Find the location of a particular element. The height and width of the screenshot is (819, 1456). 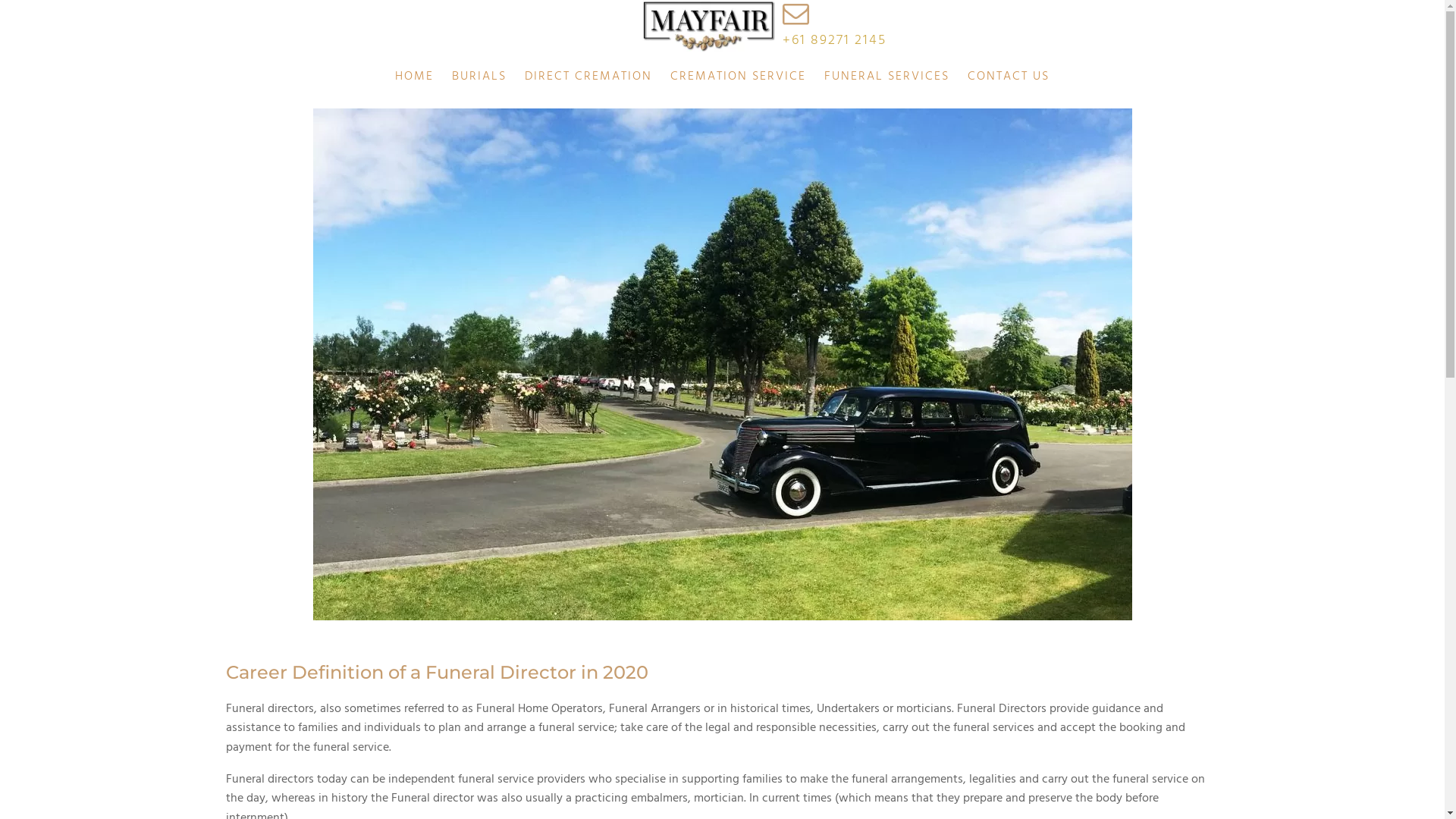

'DIRECT CREMATION' is located at coordinates (588, 77).